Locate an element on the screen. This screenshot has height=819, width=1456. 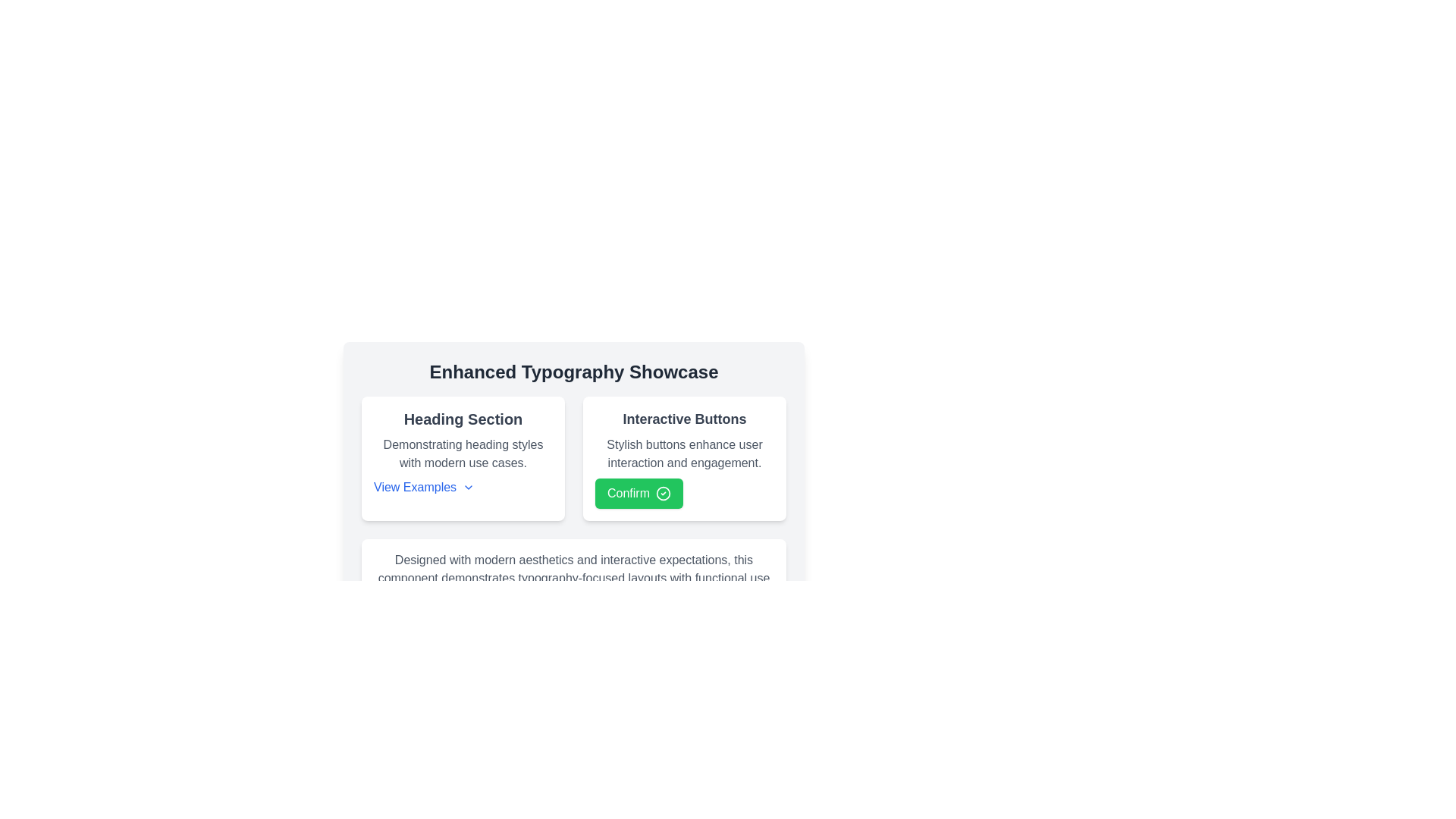
the 'Confirm' button with a green background and a white checkmark icon is located at coordinates (639, 494).